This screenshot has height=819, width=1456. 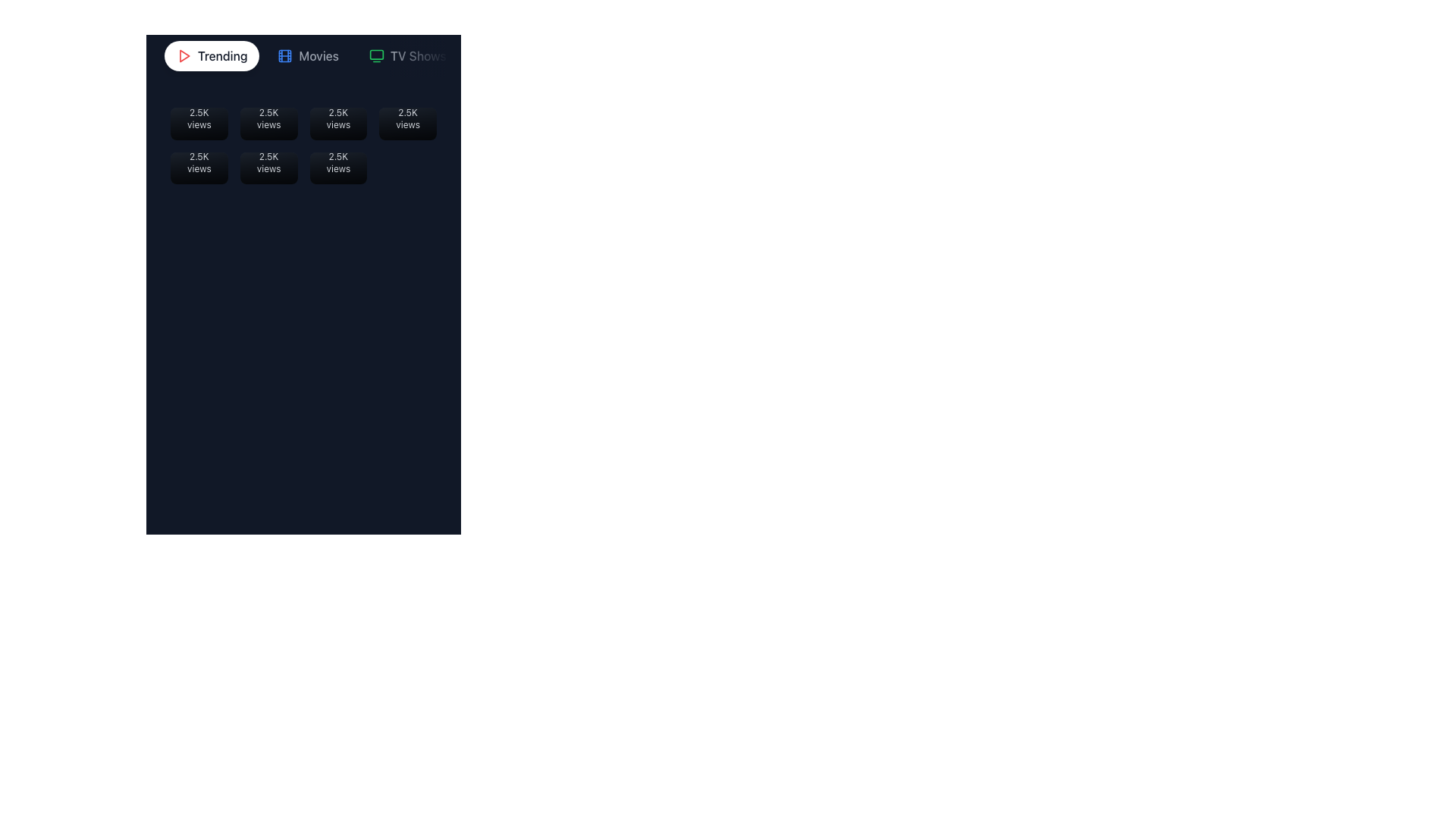 I want to click on the text label UI component displaying '2.5K views', which is located in the second row and third column of the grid layout, so click(x=337, y=168).